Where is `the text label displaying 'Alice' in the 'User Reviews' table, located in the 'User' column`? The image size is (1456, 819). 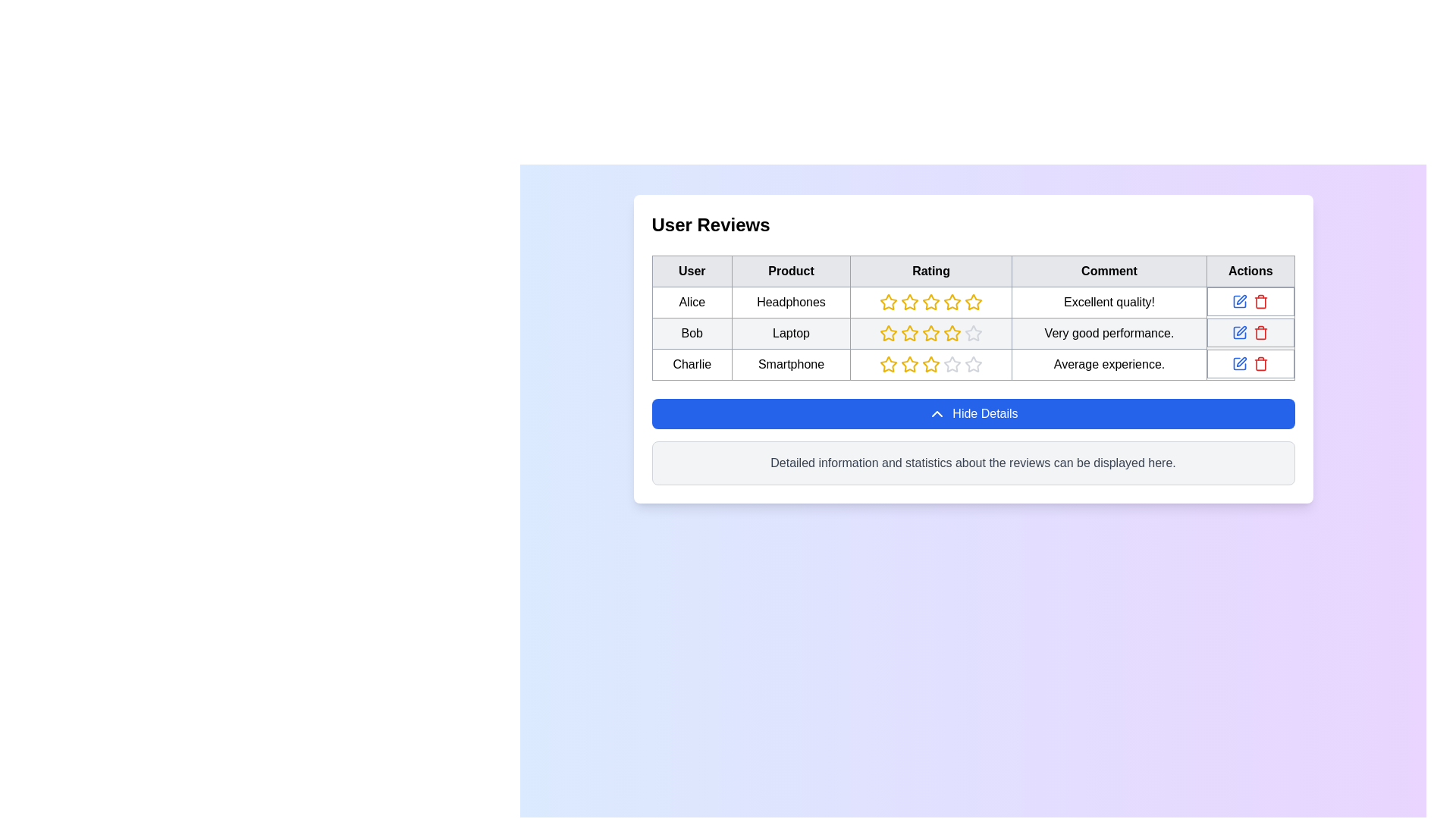
the text label displaying 'Alice' in the 'User Reviews' table, located in the 'User' column is located at coordinates (691, 302).